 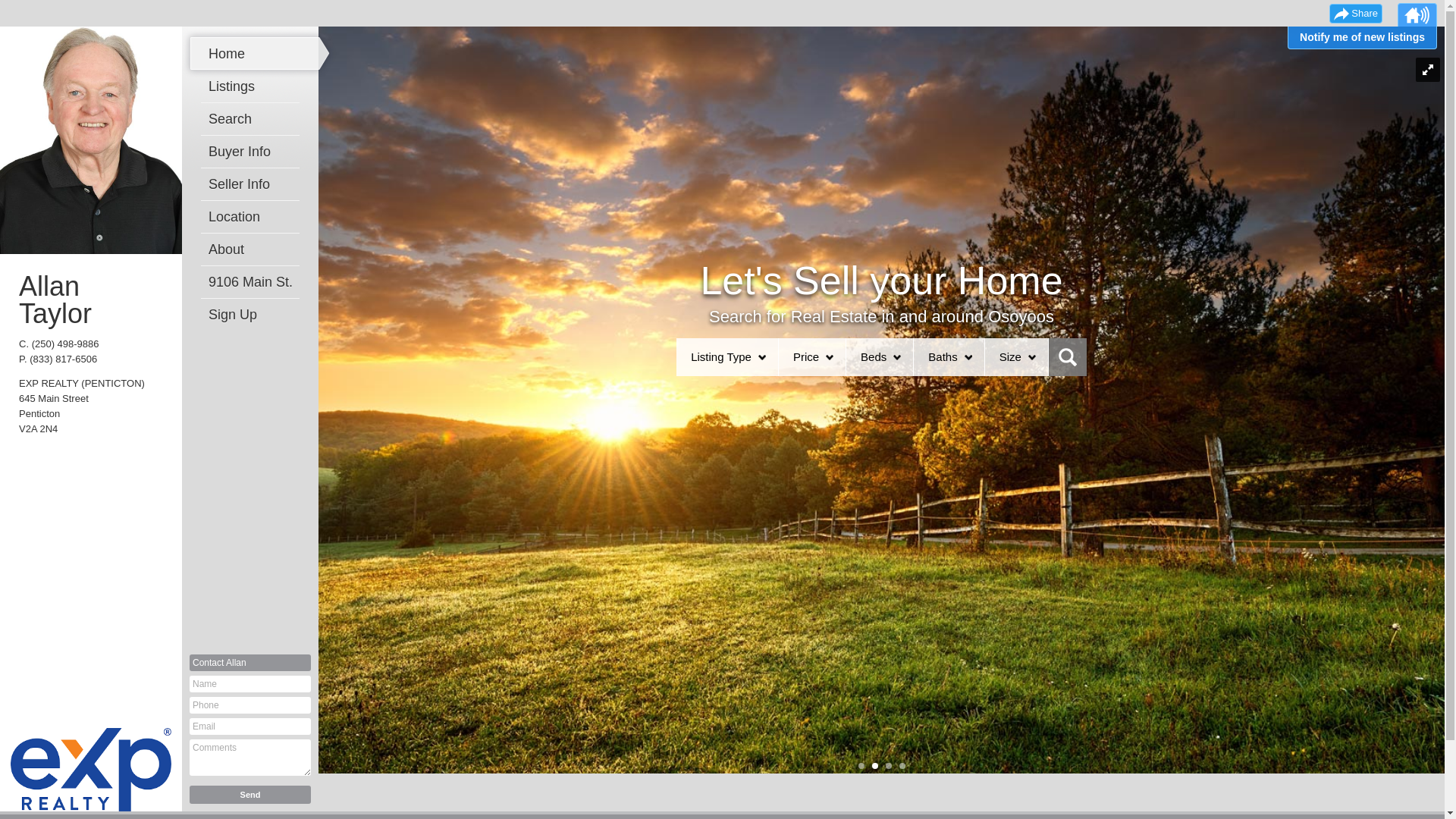 I want to click on 'Beds', so click(x=874, y=356).